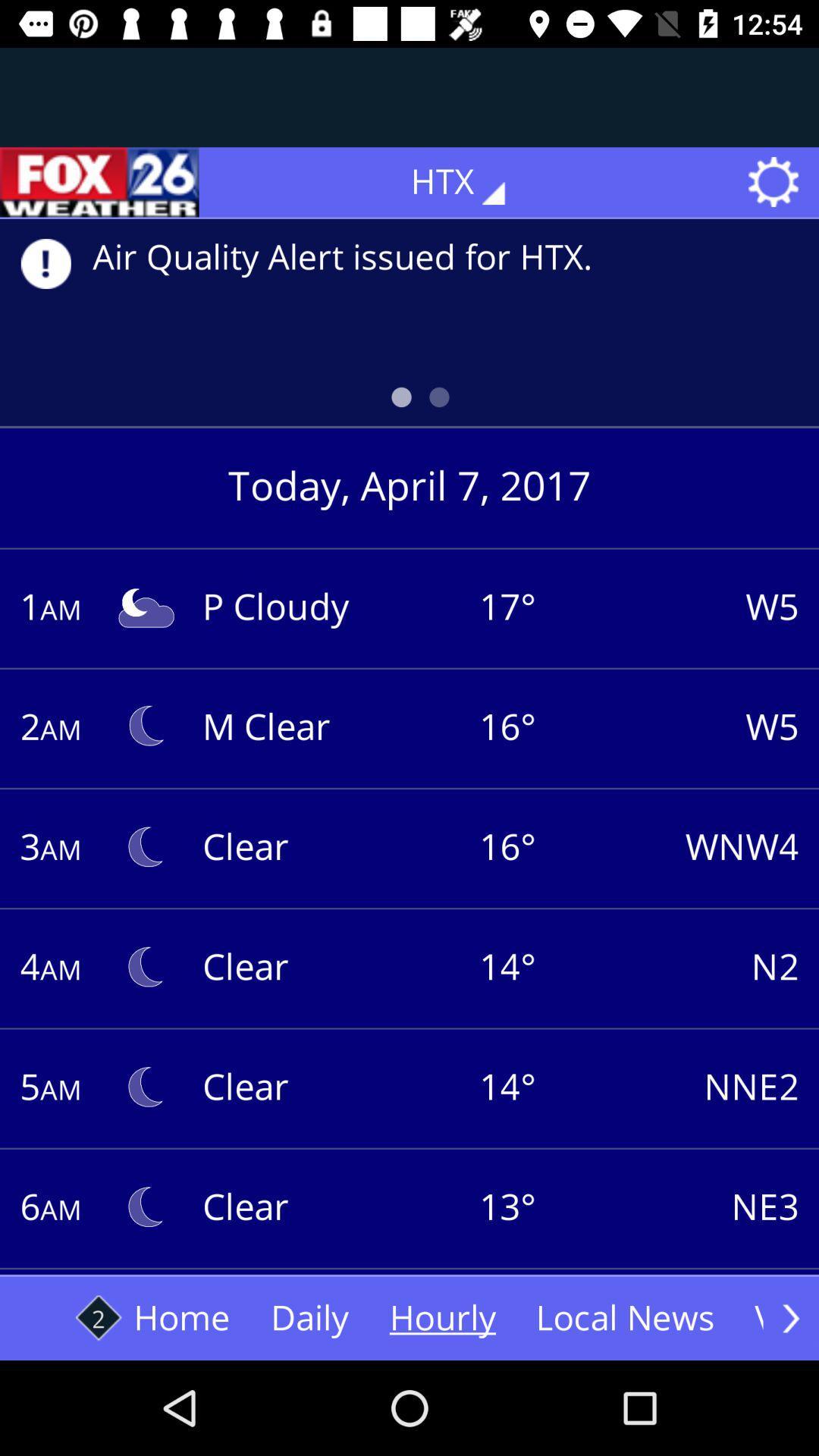 The width and height of the screenshot is (819, 1456). Describe the element at coordinates (790, 1317) in the screenshot. I see `the arrow_forward icon` at that location.